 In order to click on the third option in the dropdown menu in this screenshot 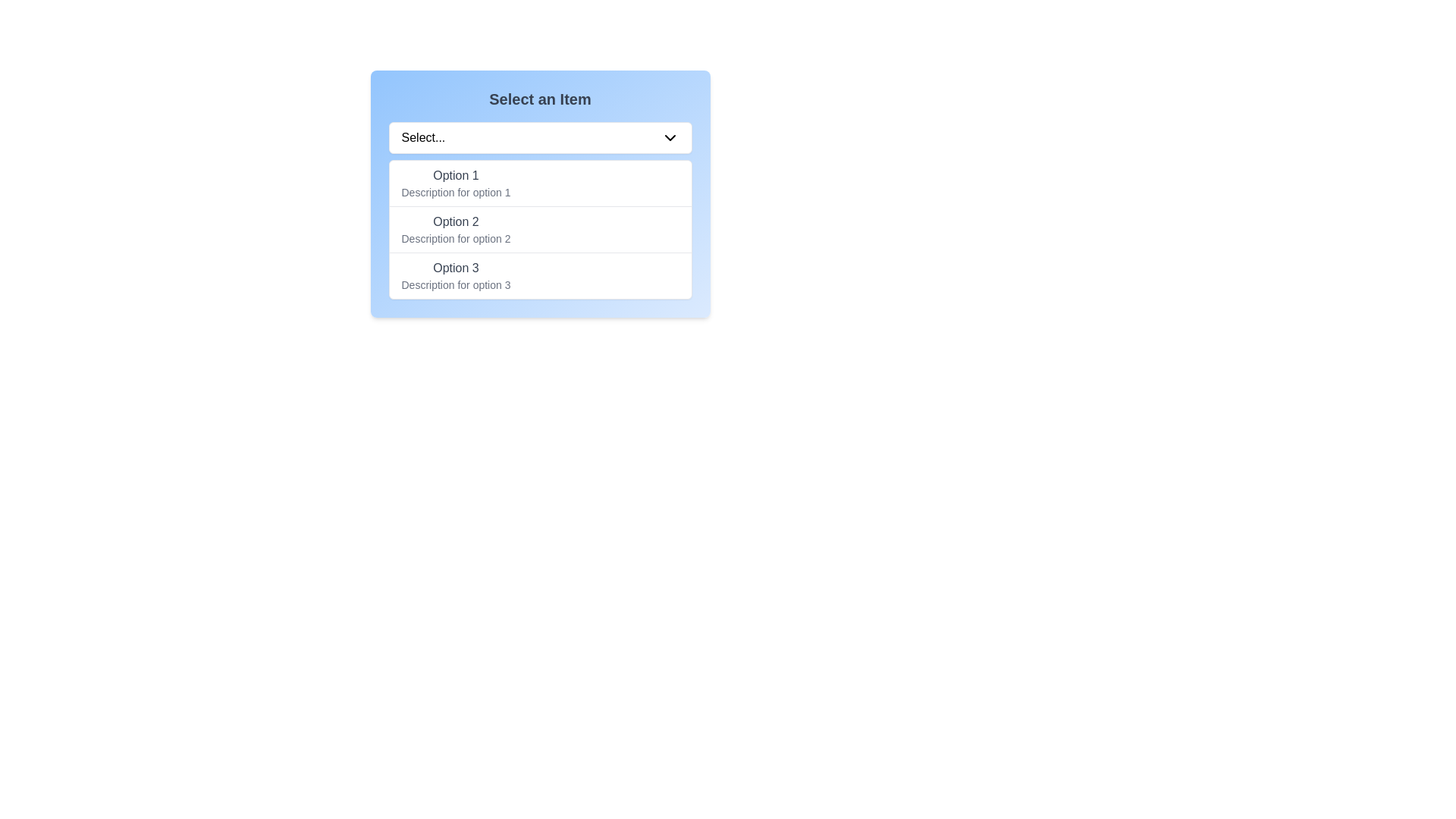, I will do `click(540, 275)`.